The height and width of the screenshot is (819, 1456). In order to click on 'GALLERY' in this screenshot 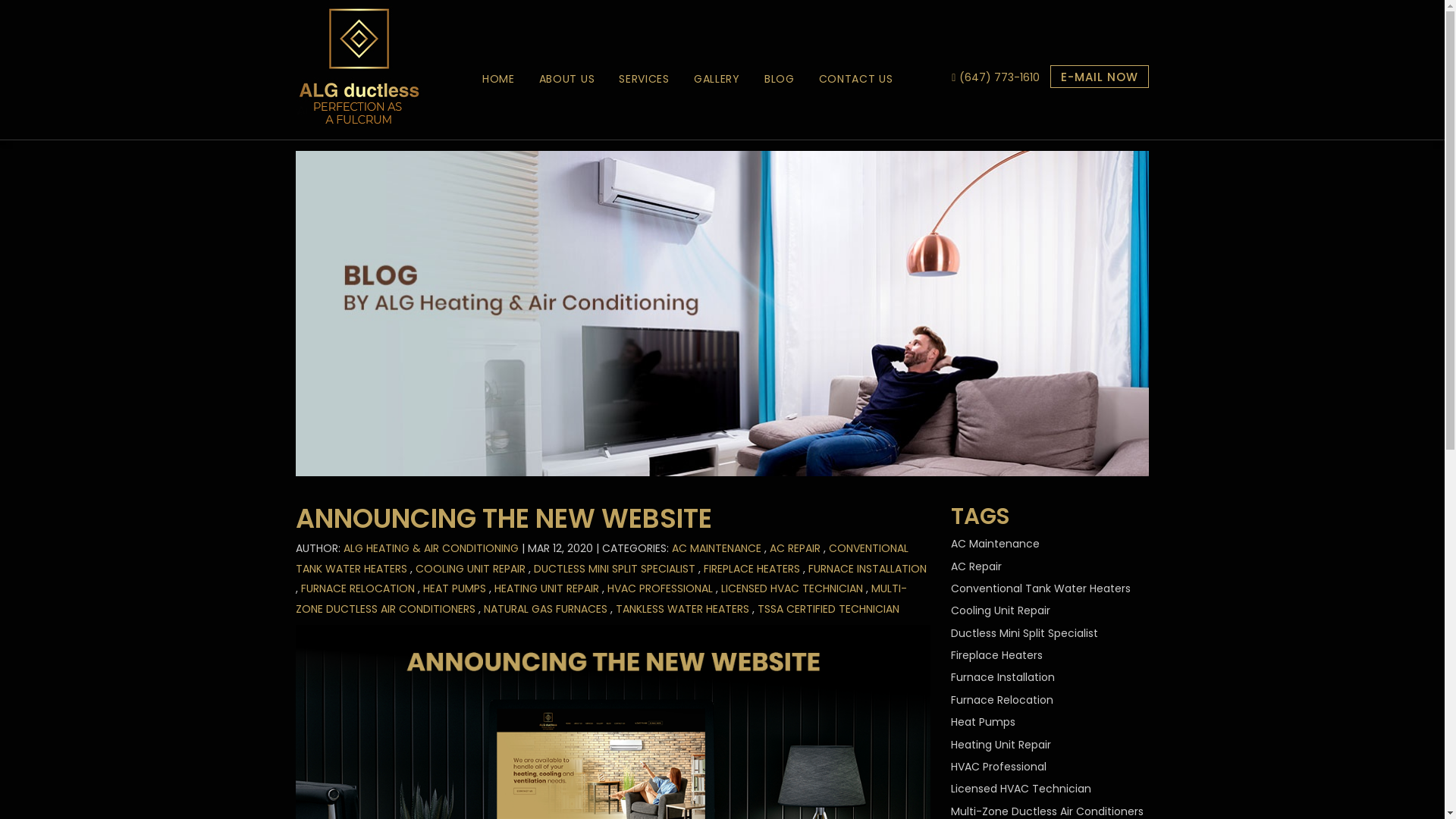, I will do `click(716, 79)`.